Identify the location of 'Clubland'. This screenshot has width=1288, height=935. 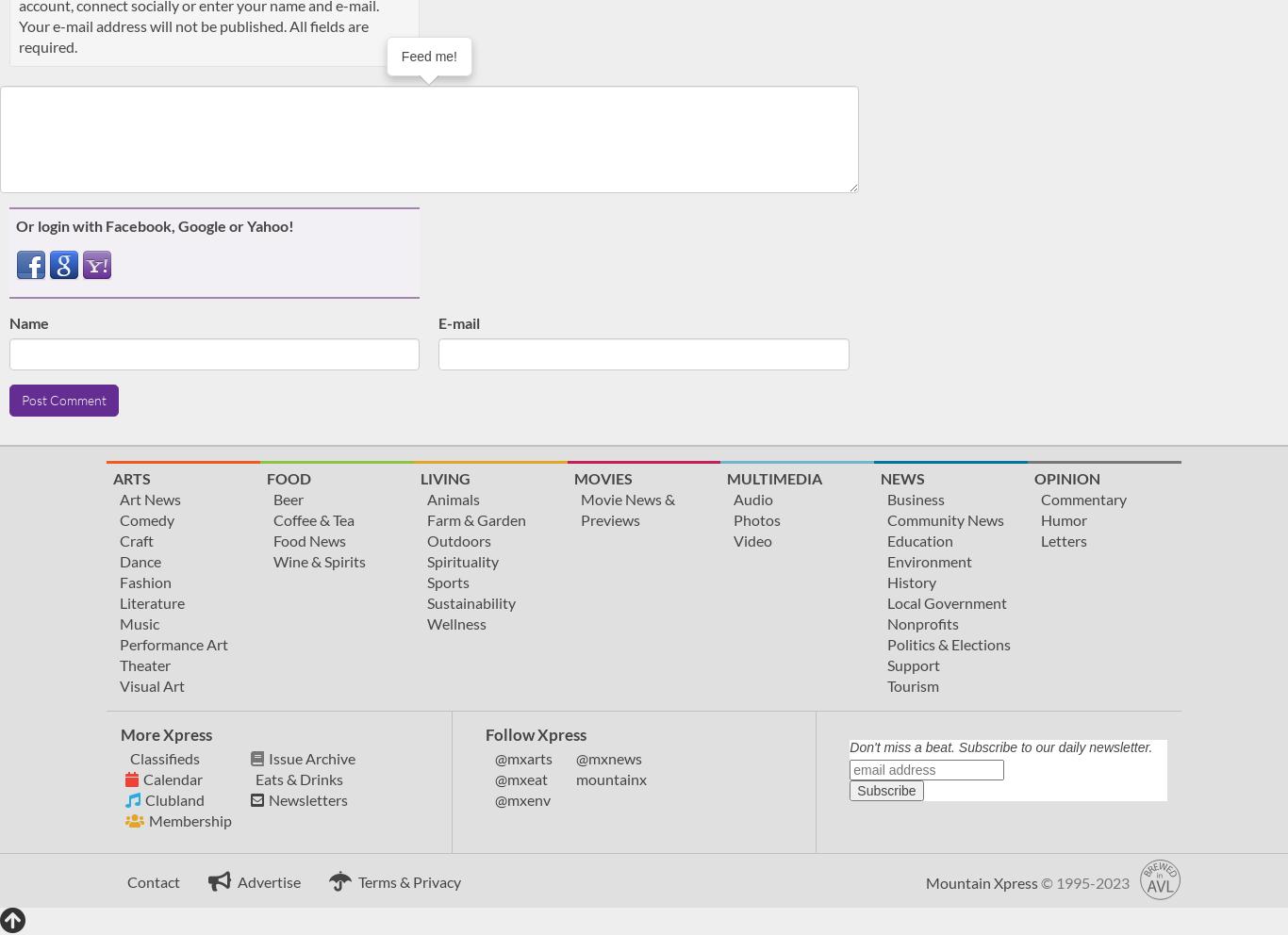
(173, 798).